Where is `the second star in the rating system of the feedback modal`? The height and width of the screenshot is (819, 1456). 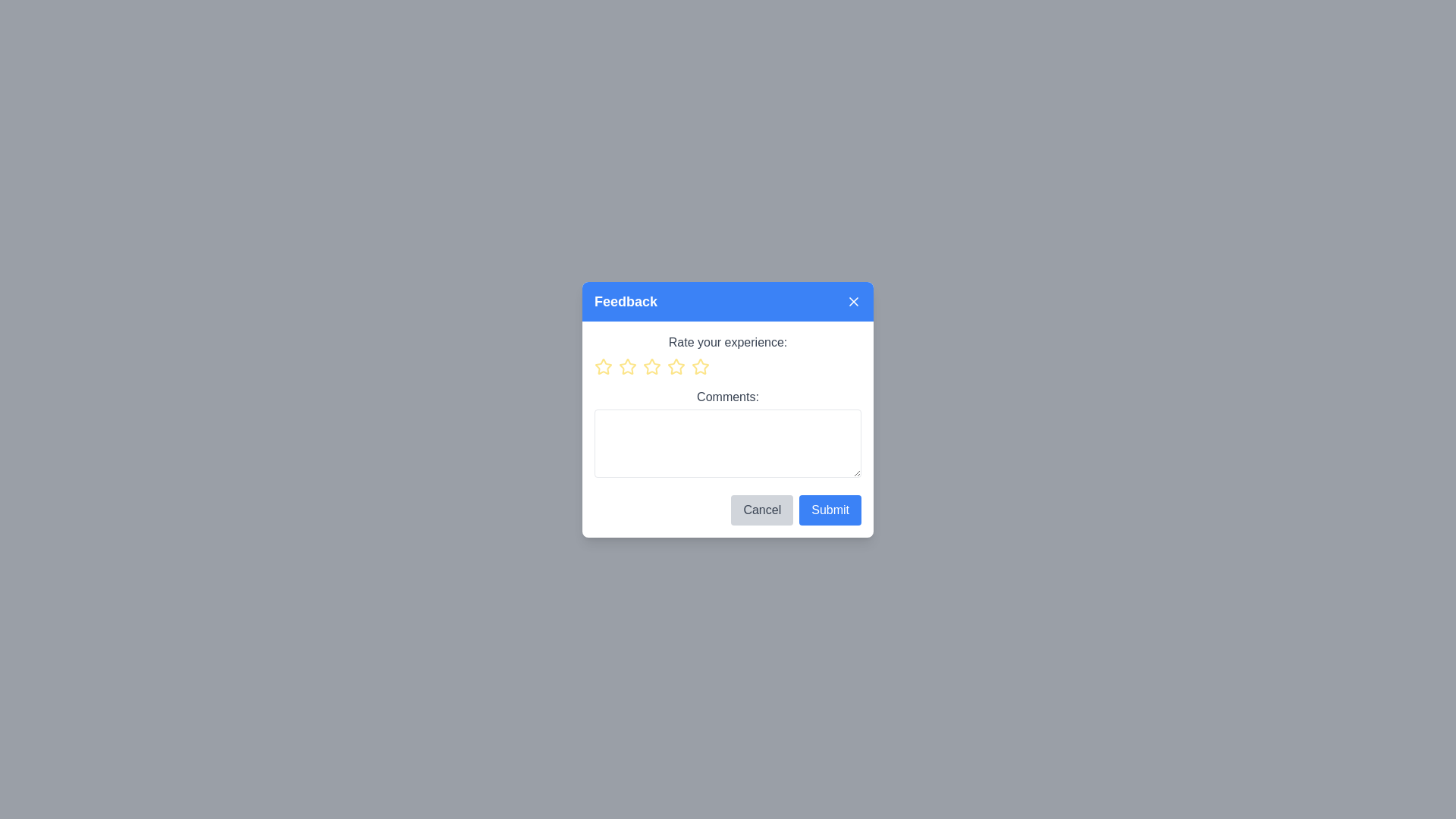 the second star in the rating system of the feedback modal is located at coordinates (651, 366).